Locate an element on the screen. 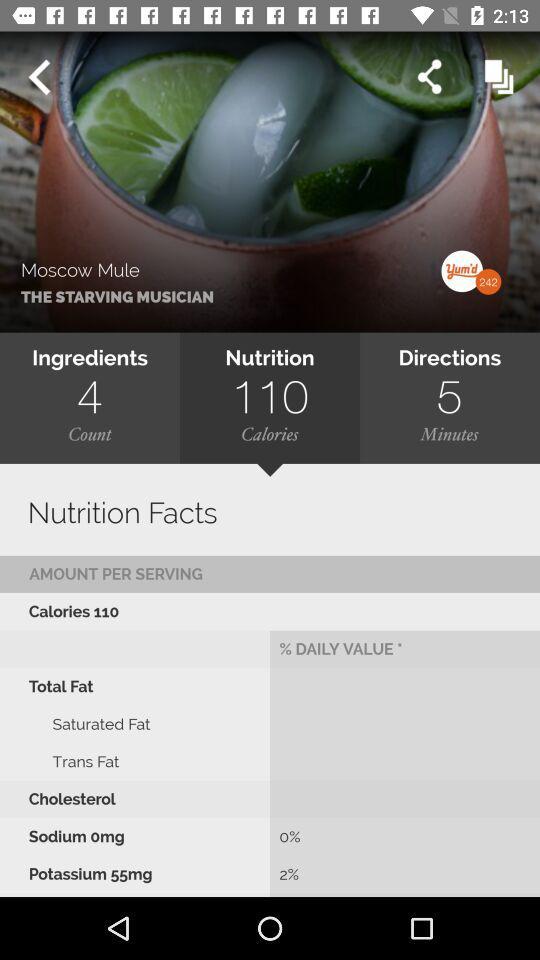 The width and height of the screenshot is (540, 960). the arrow_backward icon is located at coordinates (38, 77).